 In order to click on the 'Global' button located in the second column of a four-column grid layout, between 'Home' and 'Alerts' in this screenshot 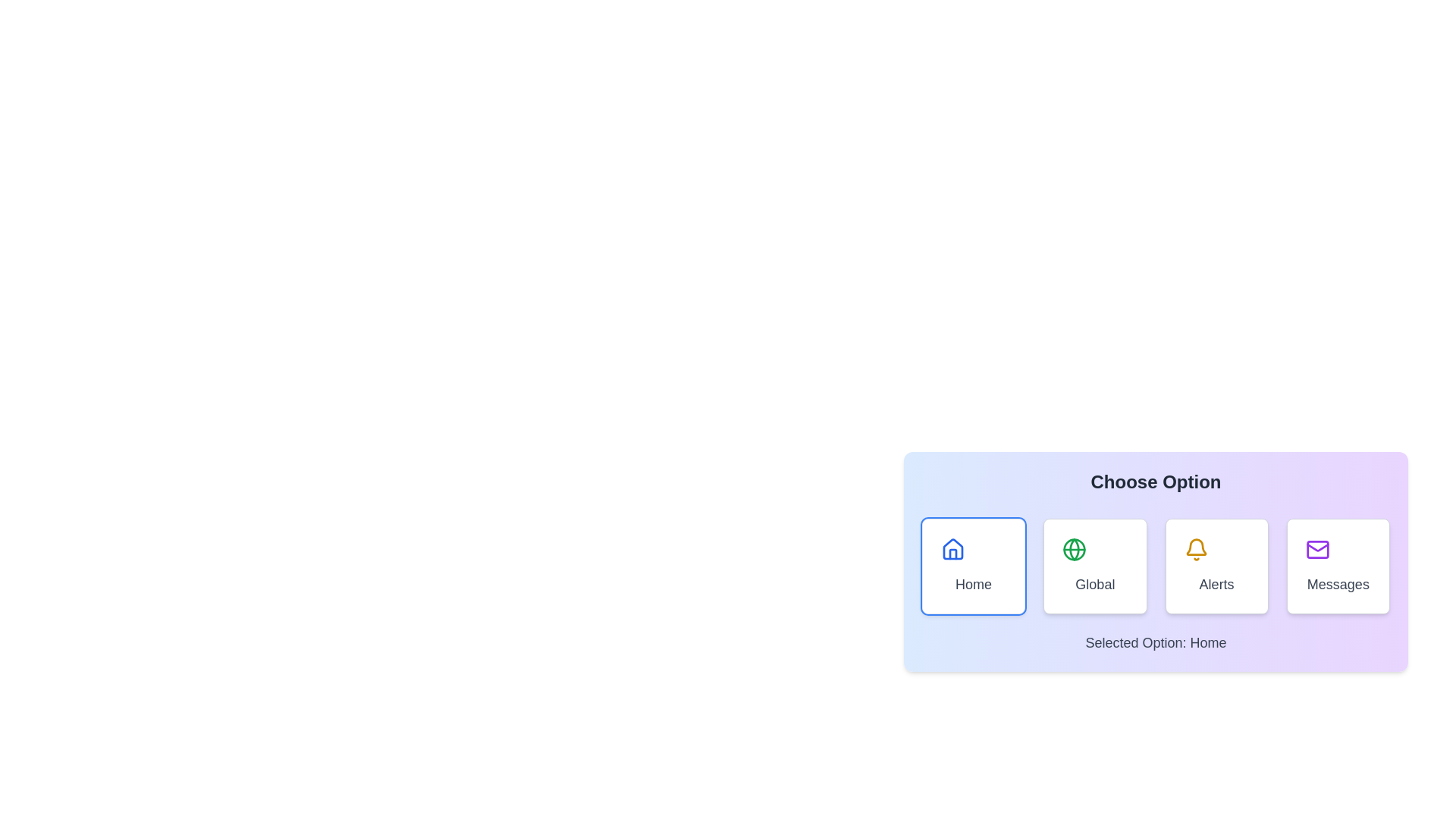, I will do `click(1095, 566)`.